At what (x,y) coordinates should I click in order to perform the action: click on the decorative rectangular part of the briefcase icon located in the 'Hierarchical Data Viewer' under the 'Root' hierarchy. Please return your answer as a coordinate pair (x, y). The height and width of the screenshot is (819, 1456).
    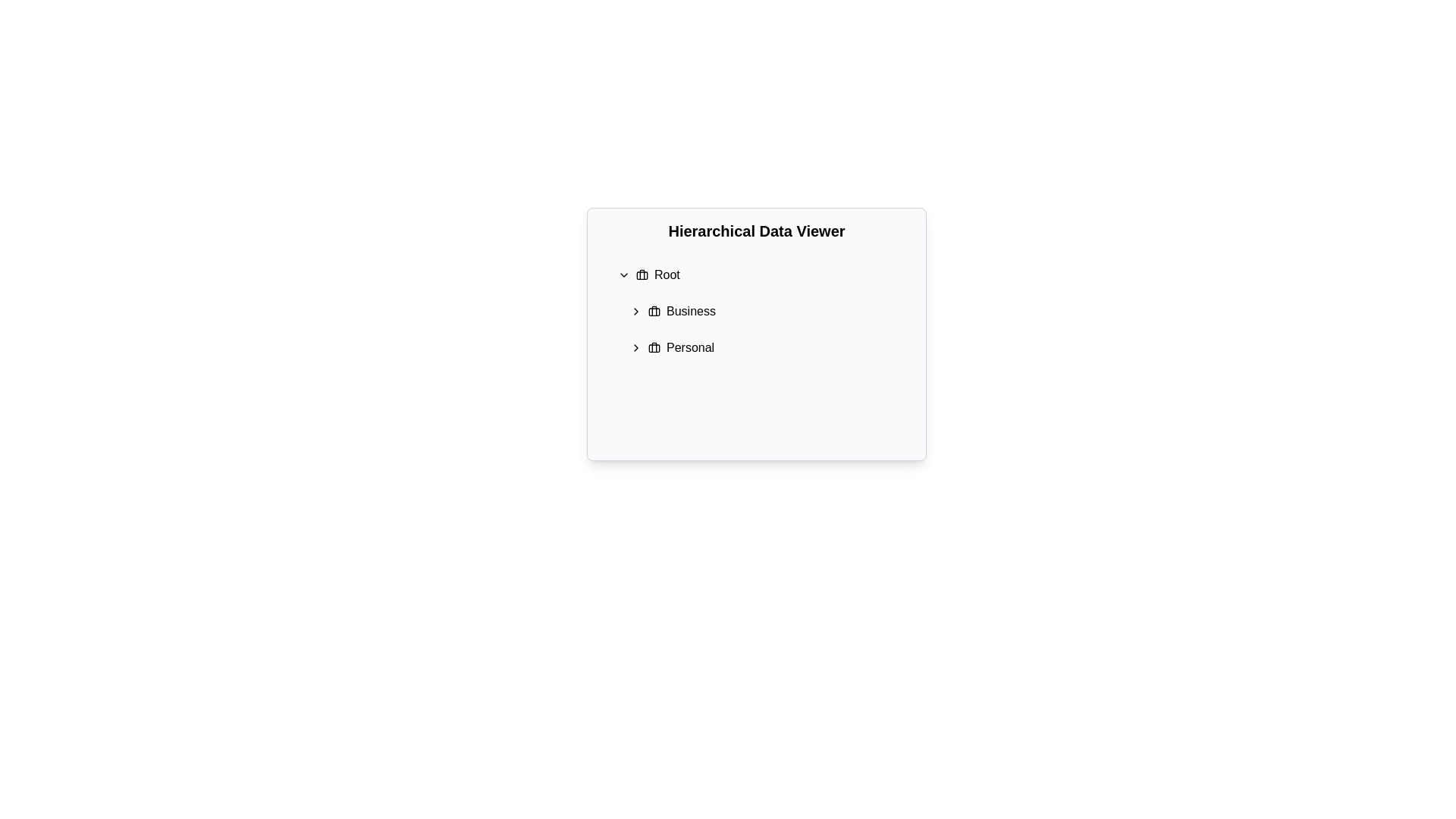
    Looking at the image, I should click on (654, 311).